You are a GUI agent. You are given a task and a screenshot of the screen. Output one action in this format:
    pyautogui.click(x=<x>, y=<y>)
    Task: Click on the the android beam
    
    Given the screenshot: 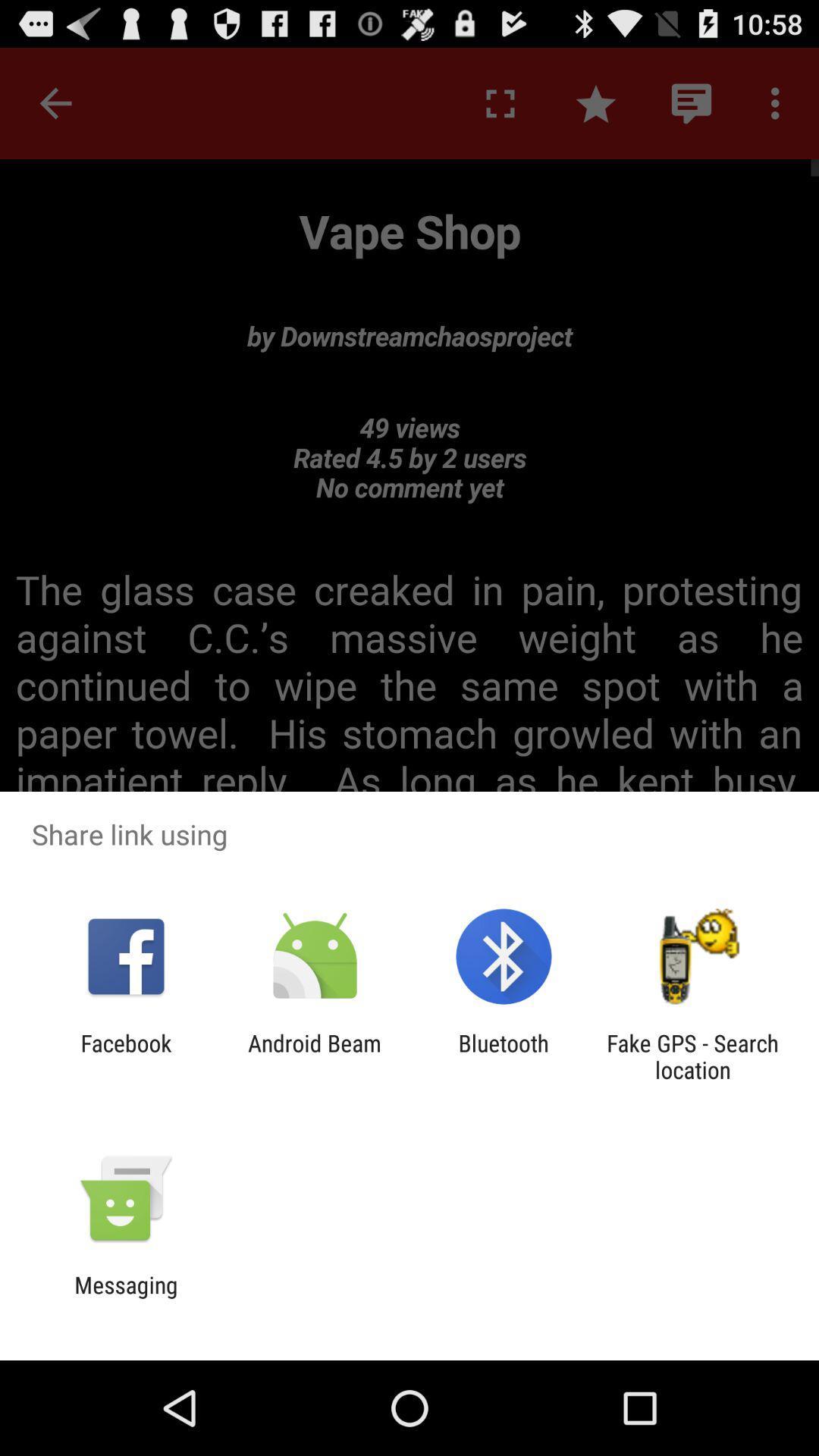 What is the action you would take?
    pyautogui.click(x=314, y=1056)
    